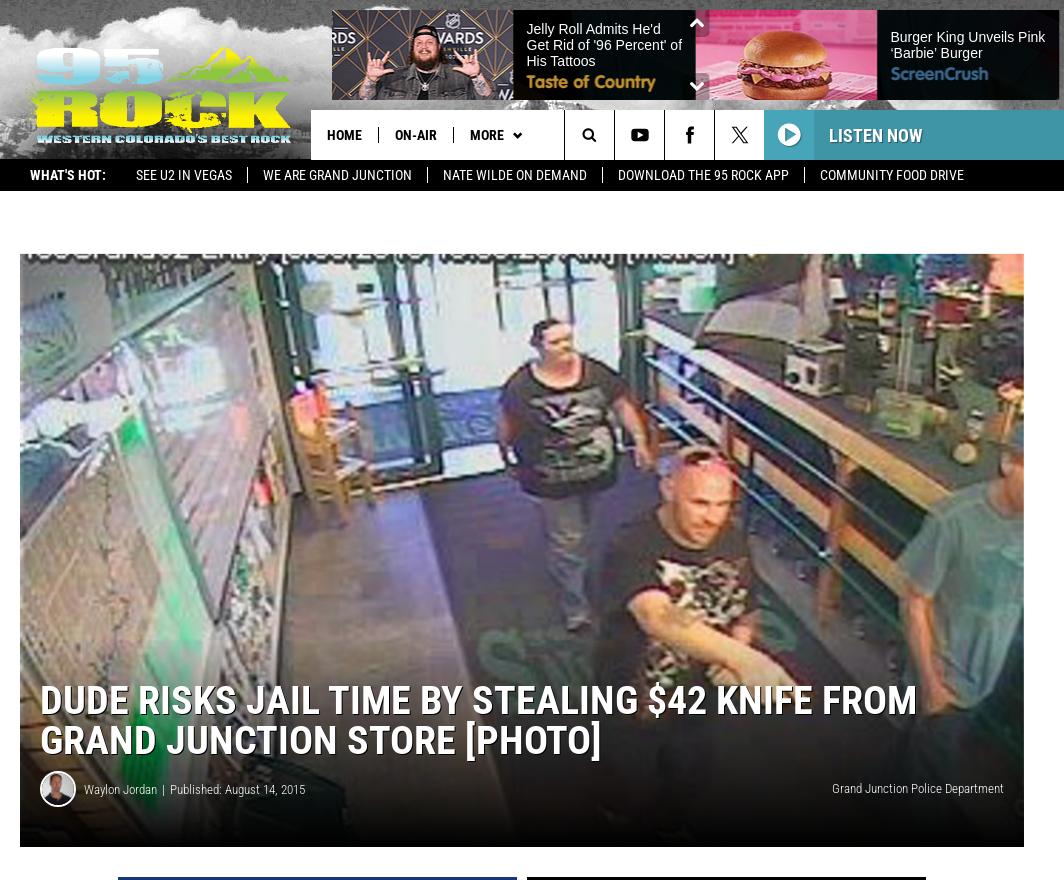 This screenshot has height=880, width=1064. What do you see at coordinates (120, 789) in the screenshot?
I see `'Waylon Jordan'` at bounding box center [120, 789].